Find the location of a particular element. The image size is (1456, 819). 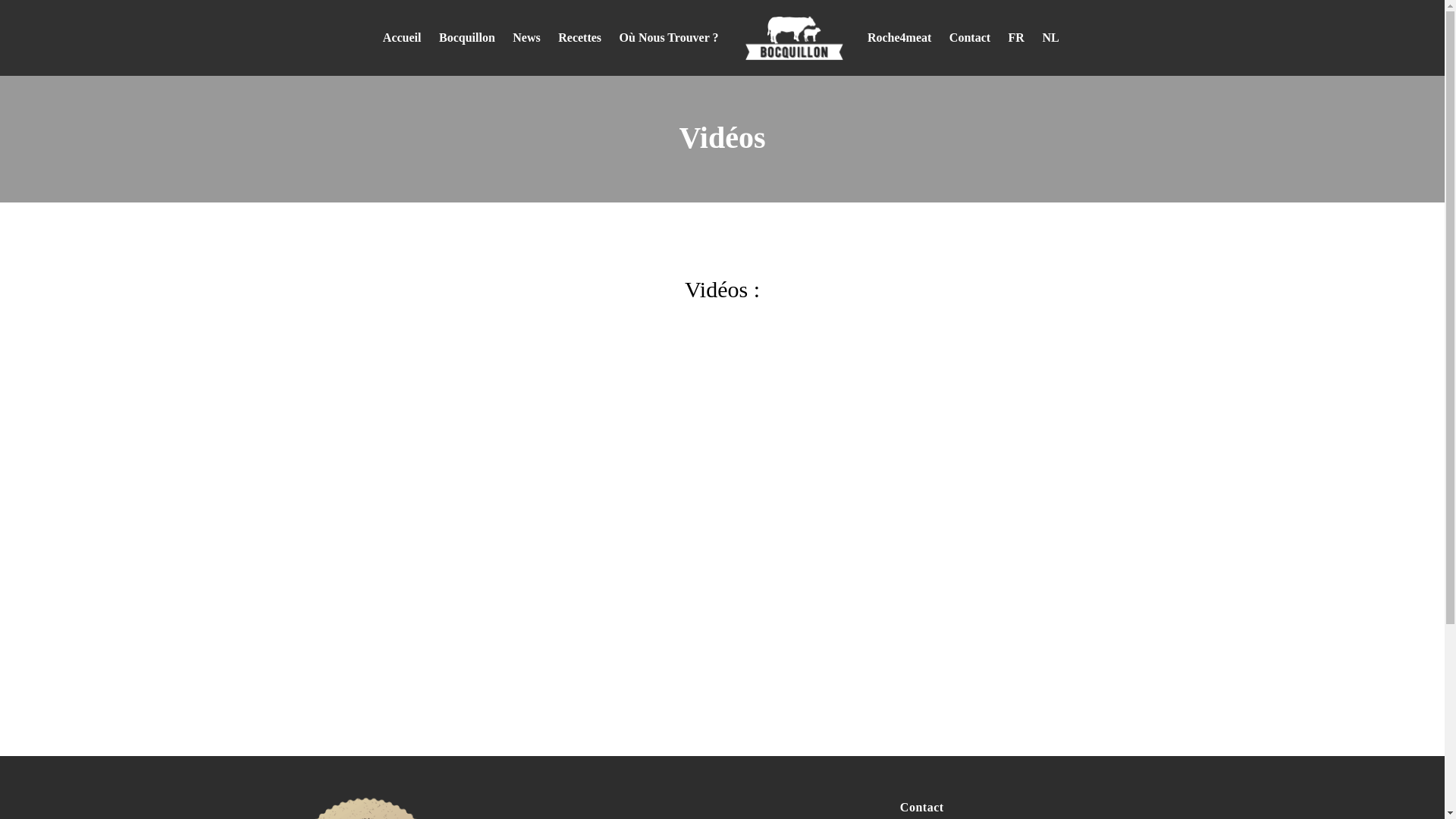

'Bocquillon' is located at coordinates (466, 37).